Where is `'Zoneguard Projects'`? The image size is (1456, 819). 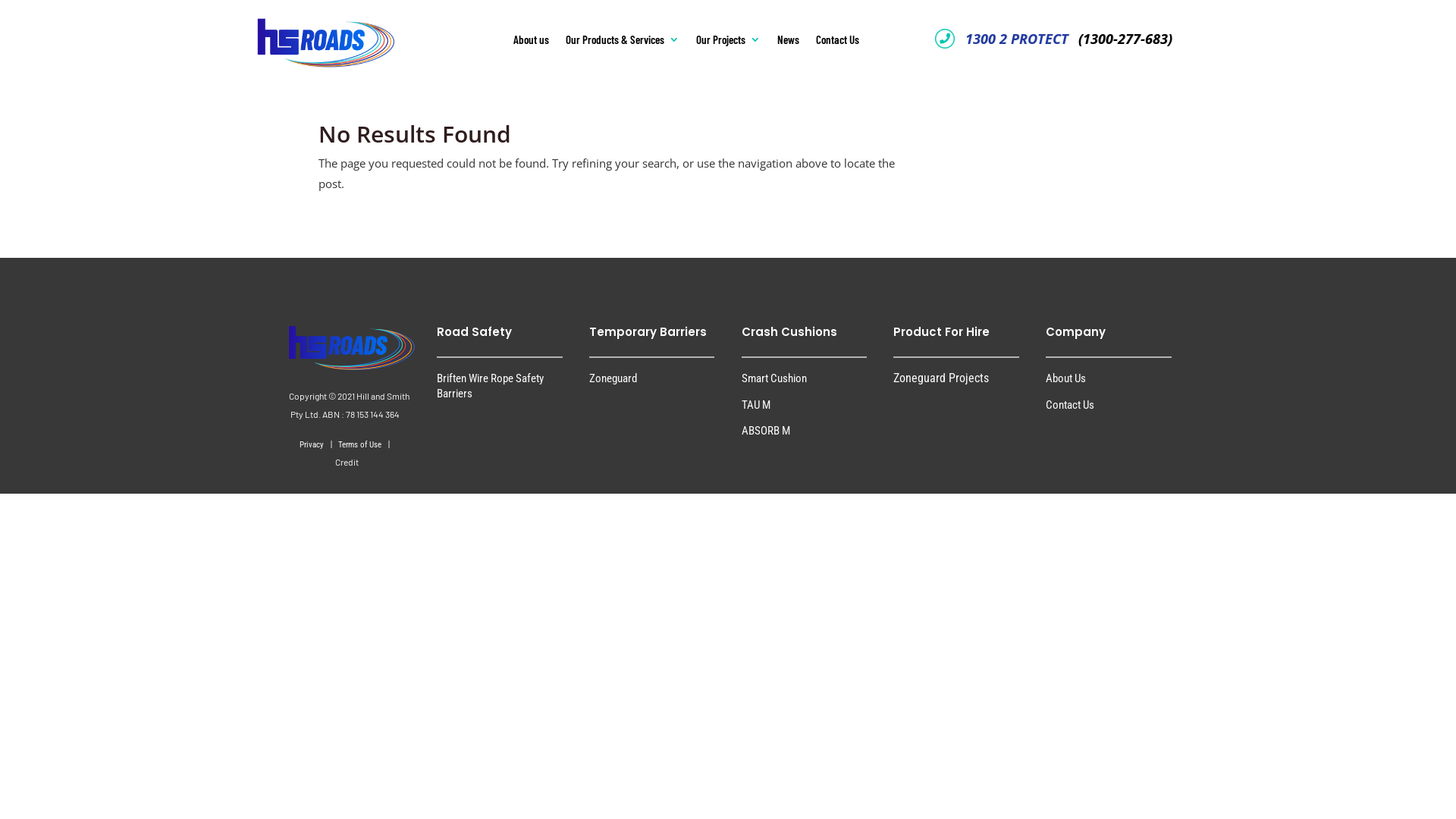 'Zoneguard Projects' is located at coordinates (893, 377).